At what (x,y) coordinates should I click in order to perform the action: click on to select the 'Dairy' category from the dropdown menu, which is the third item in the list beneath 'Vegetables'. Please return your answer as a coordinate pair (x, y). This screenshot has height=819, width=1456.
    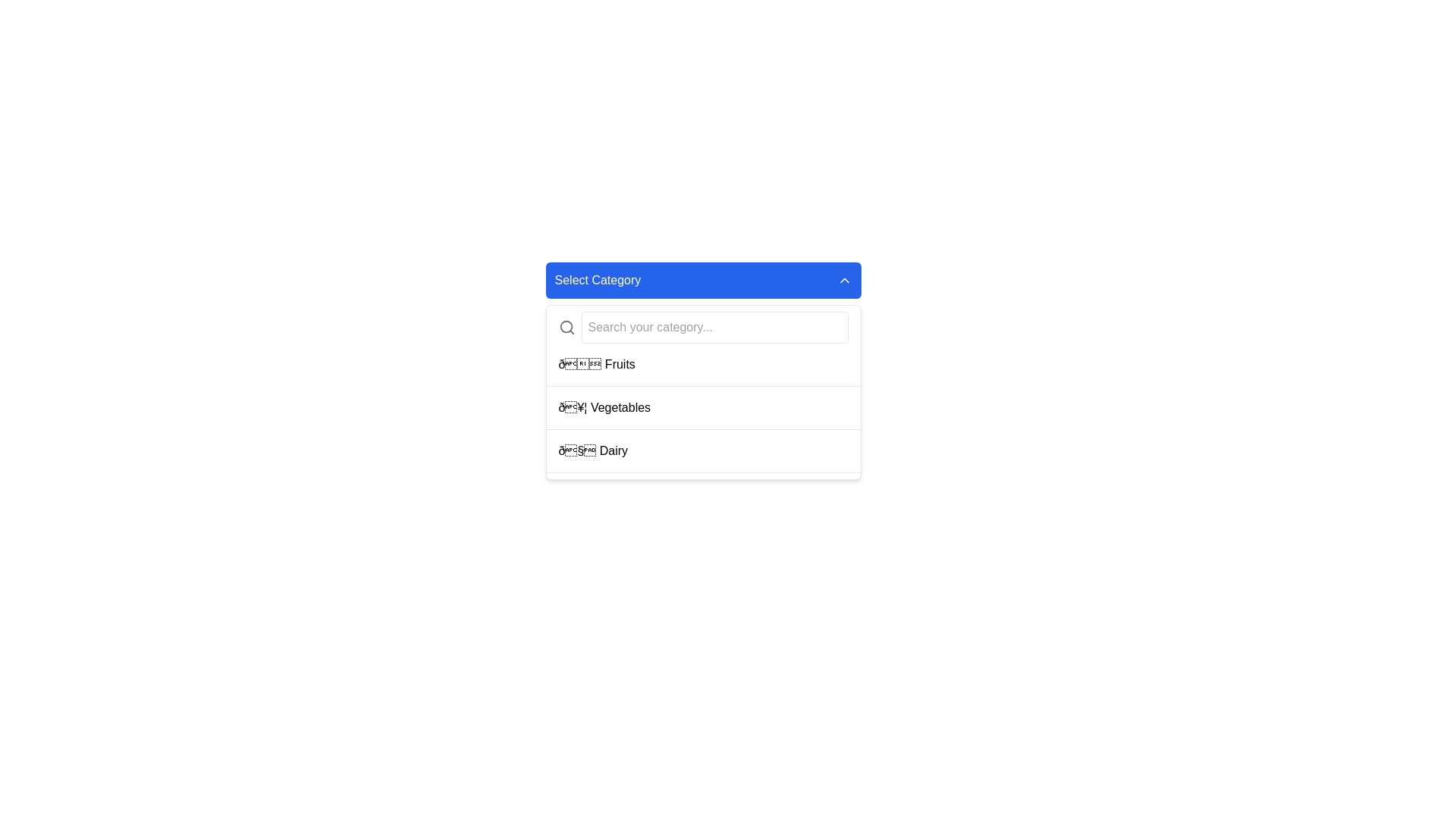
    Looking at the image, I should click on (592, 450).